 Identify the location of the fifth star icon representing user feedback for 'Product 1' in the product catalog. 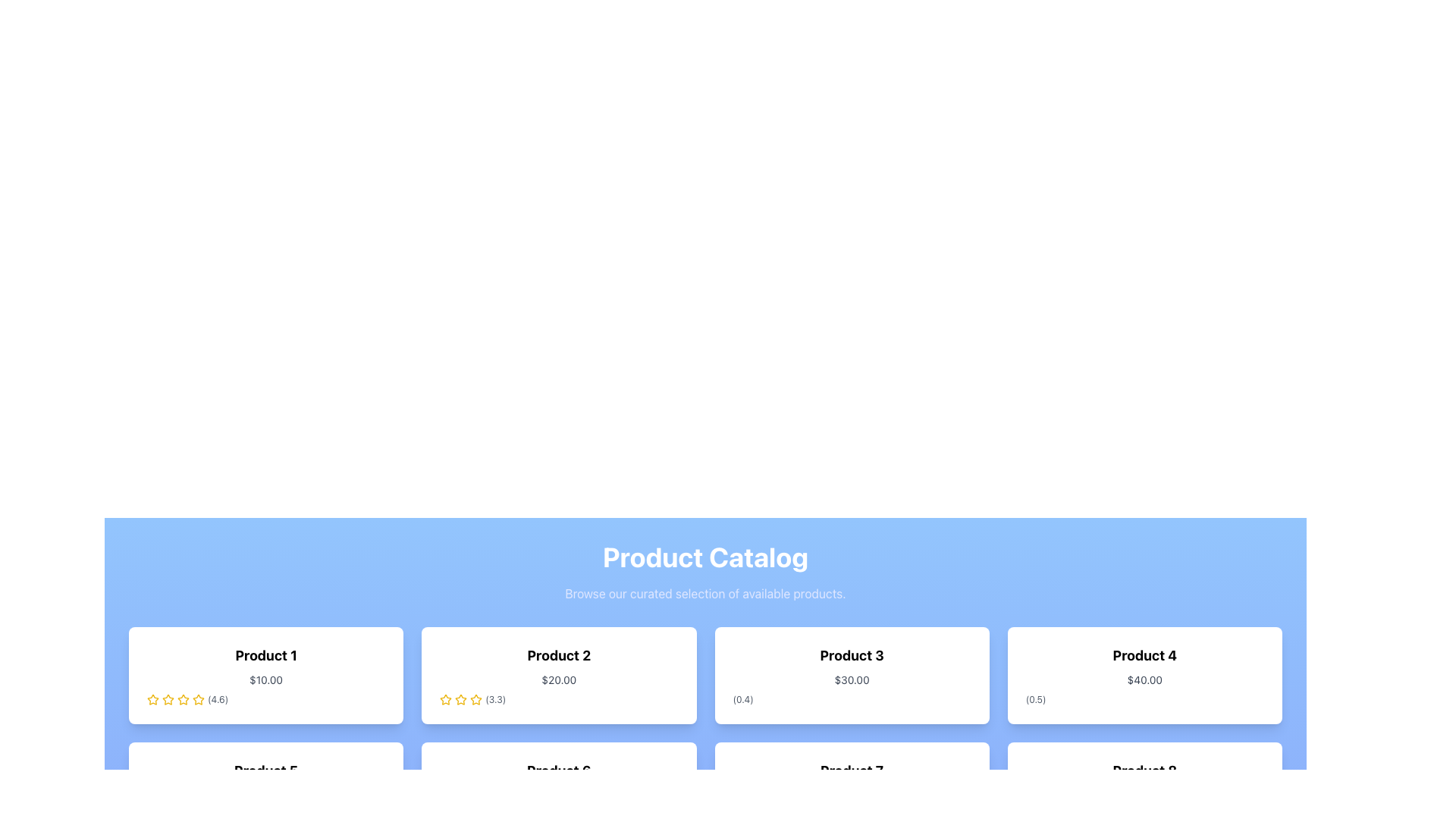
(182, 699).